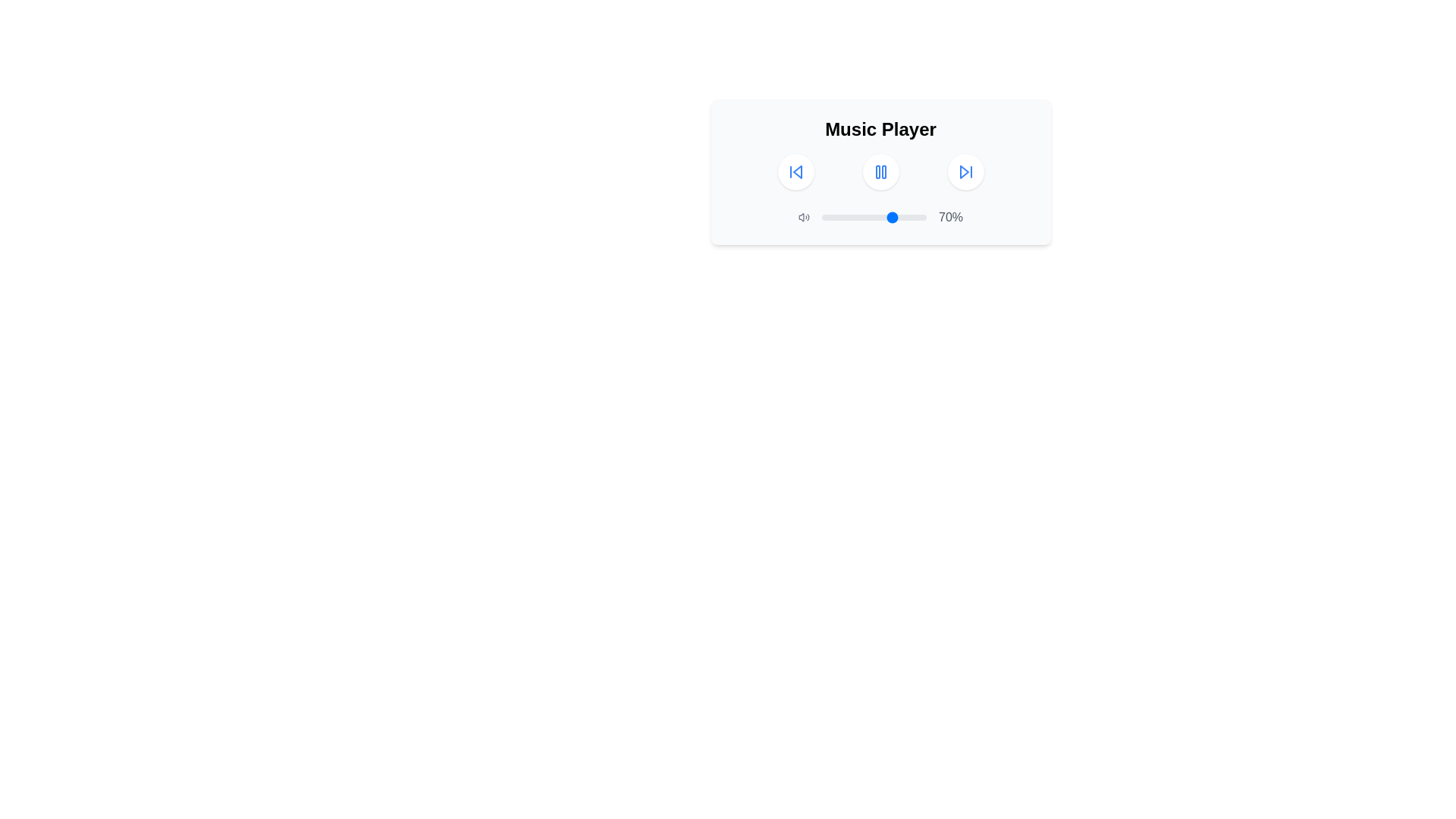 The width and height of the screenshot is (1456, 819). I want to click on the playback control panel located below the 'Music Player' title, so click(880, 171).